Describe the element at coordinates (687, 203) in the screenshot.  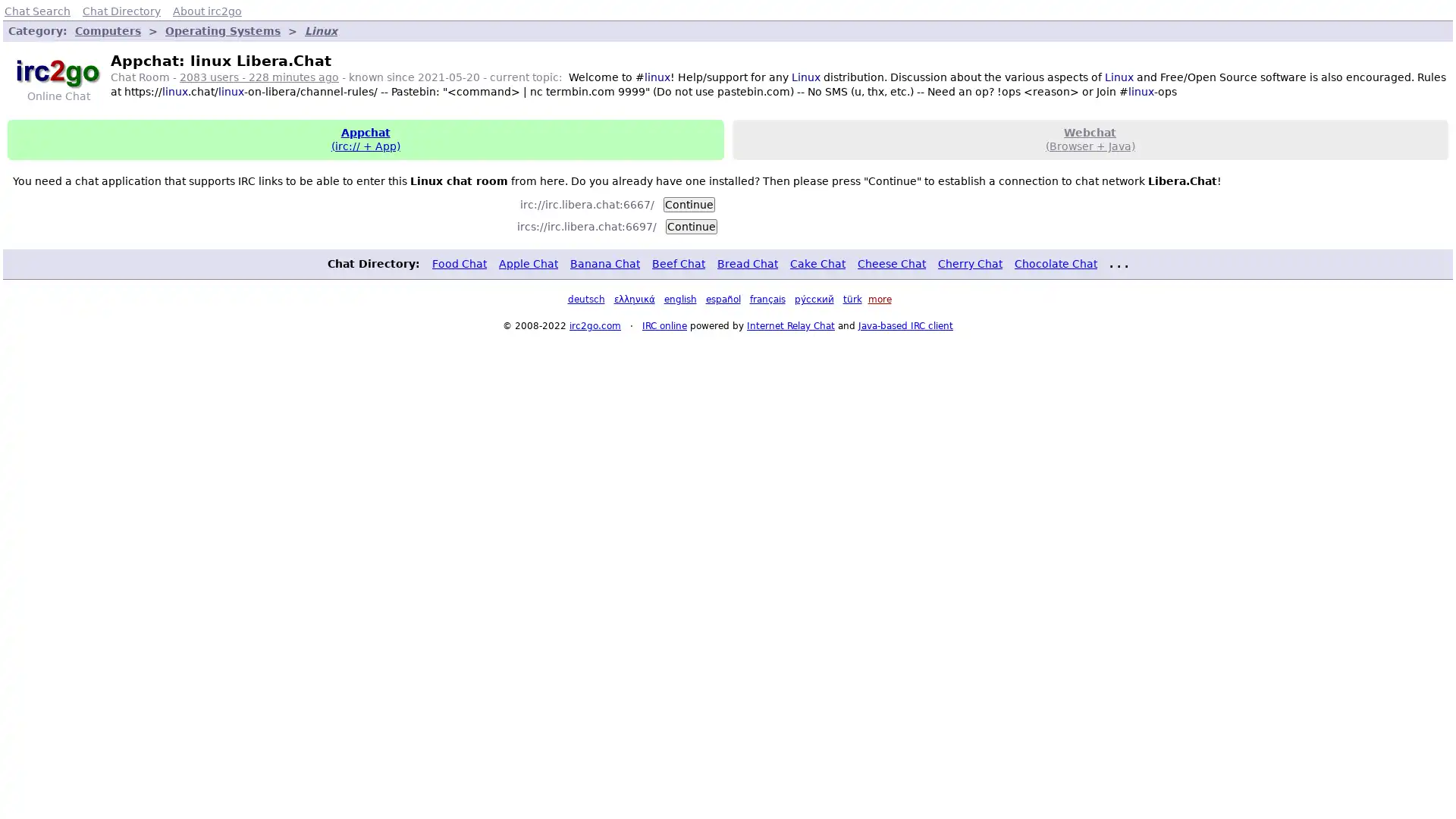
I see `Continue` at that location.